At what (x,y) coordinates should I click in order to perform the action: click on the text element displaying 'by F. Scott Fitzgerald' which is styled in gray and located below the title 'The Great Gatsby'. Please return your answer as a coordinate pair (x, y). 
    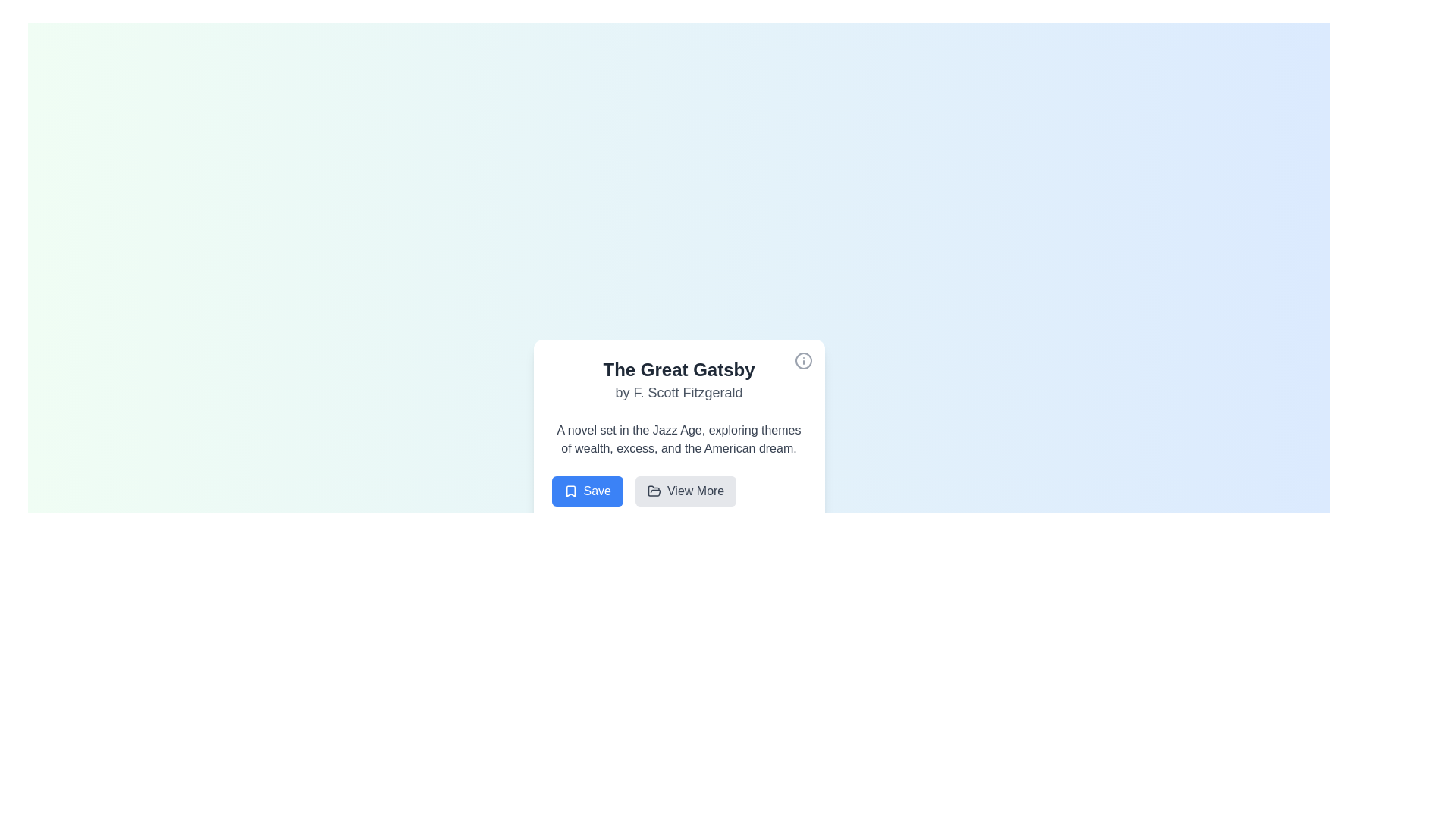
    Looking at the image, I should click on (678, 391).